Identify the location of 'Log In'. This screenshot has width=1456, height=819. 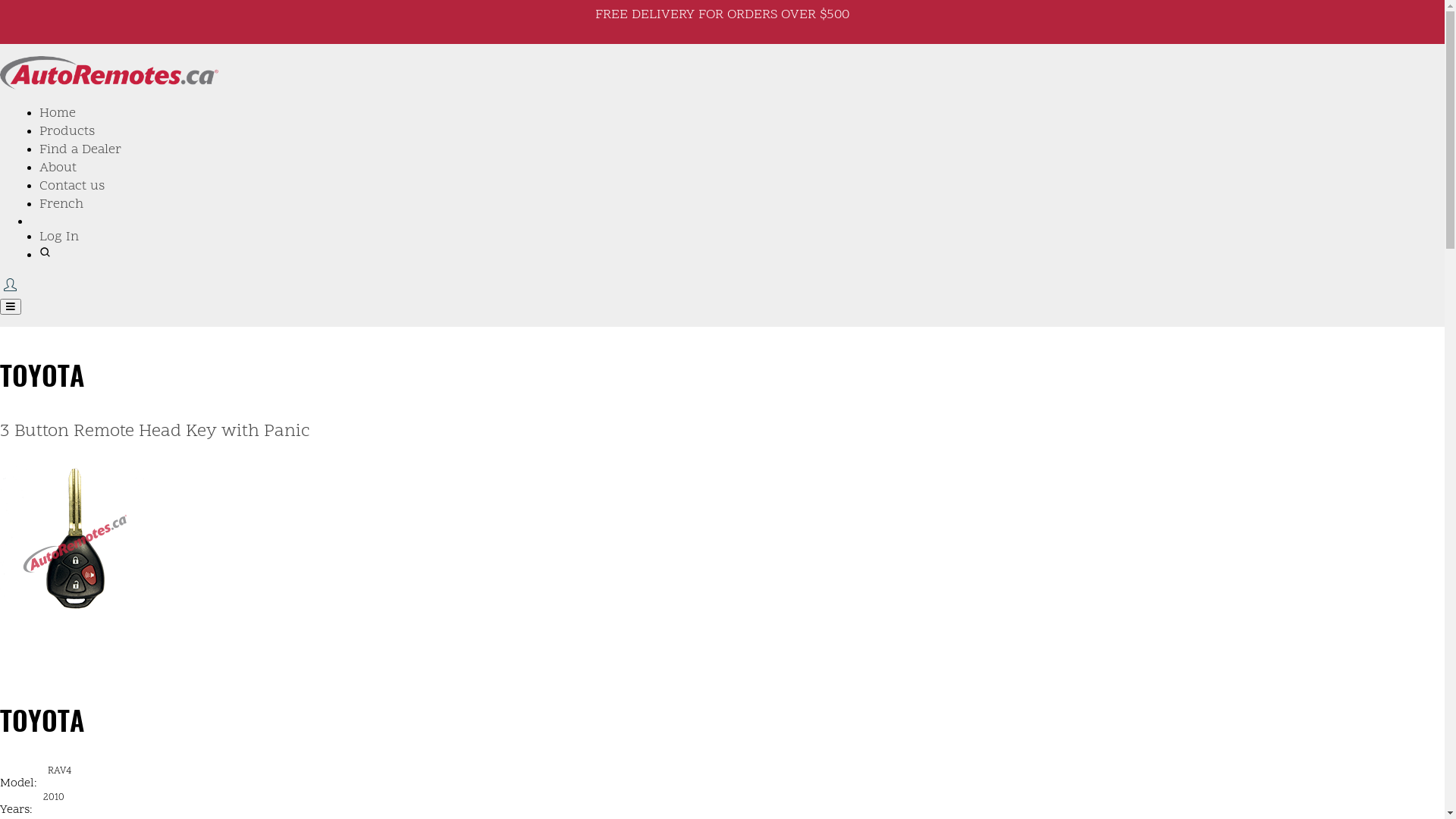
(58, 237).